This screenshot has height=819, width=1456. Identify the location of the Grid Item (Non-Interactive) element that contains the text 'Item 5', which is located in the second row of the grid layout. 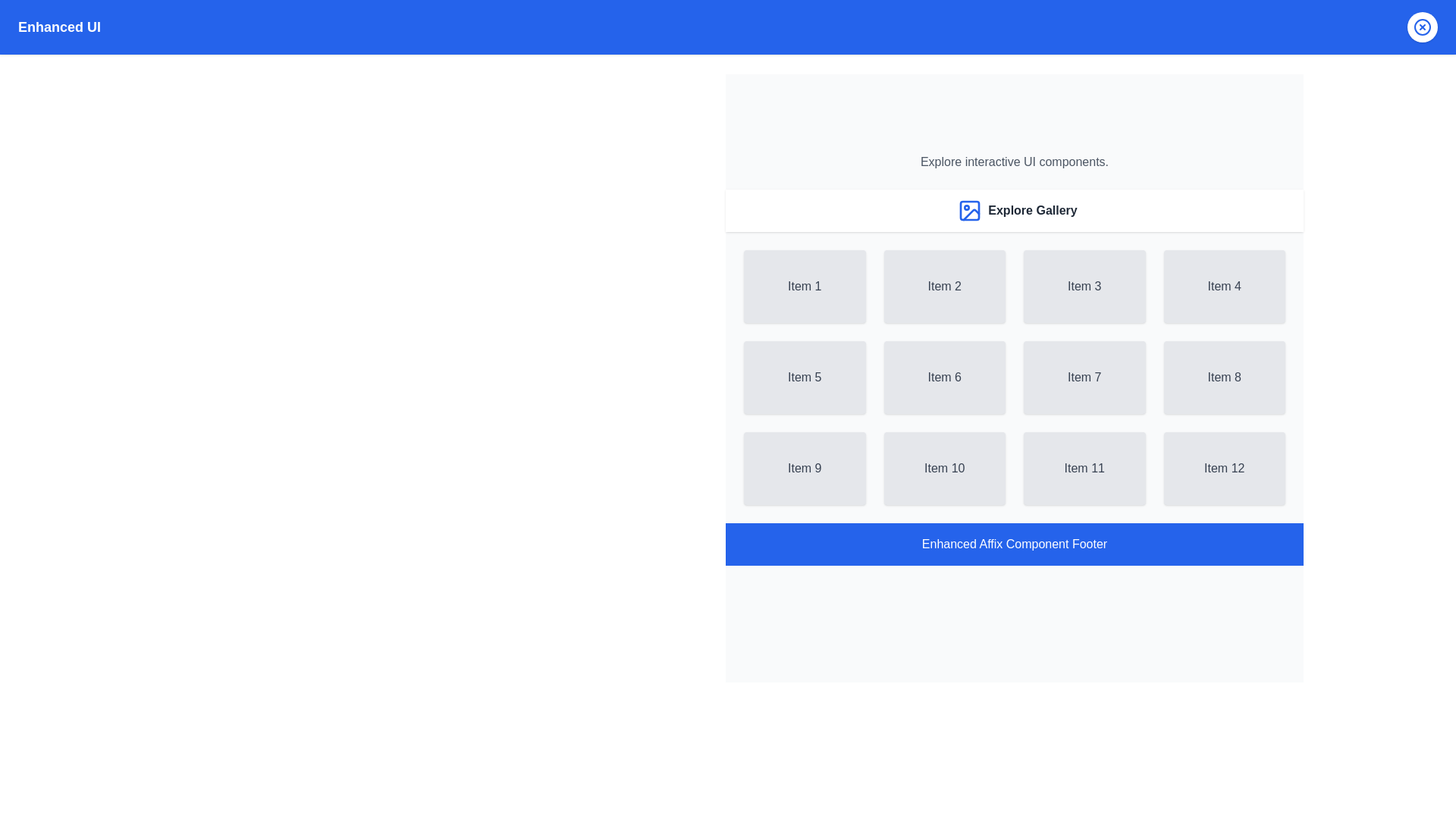
(804, 376).